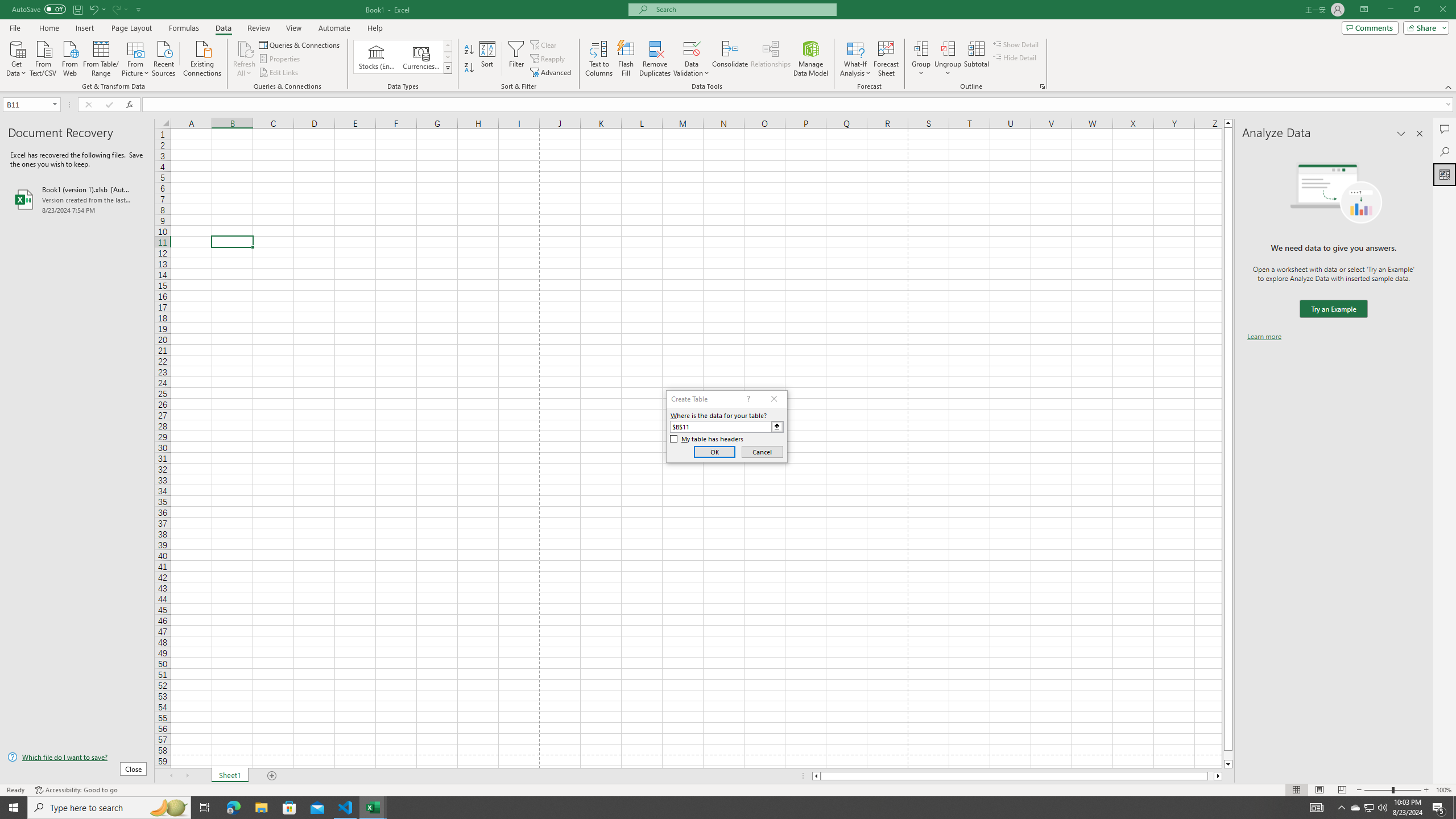 Image resolution: width=1456 pixels, height=819 pixels. Describe the element at coordinates (244, 48) in the screenshot. I see `'Refresh All'` at that location.